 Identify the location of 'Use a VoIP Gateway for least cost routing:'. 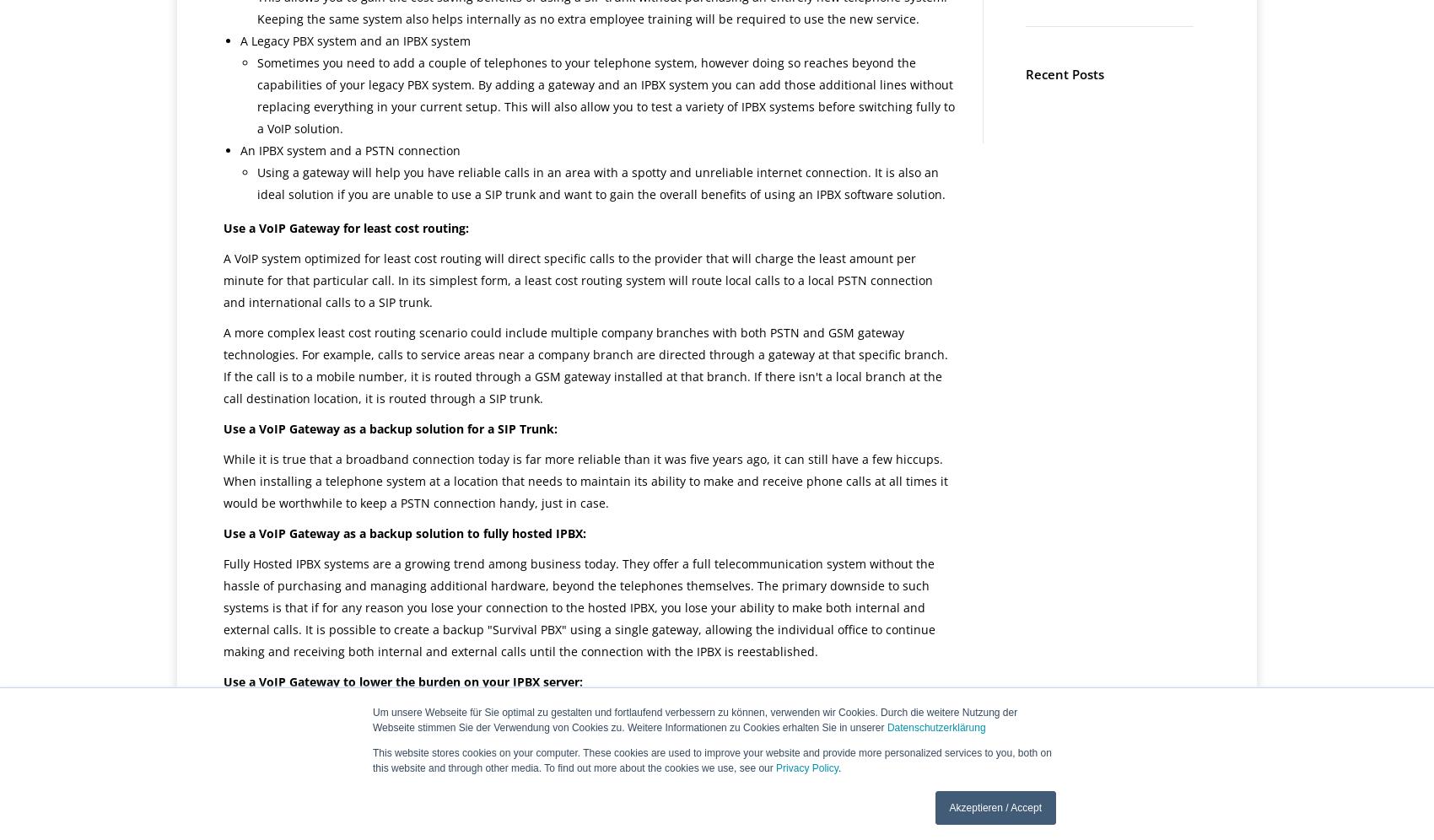
(345, 228).